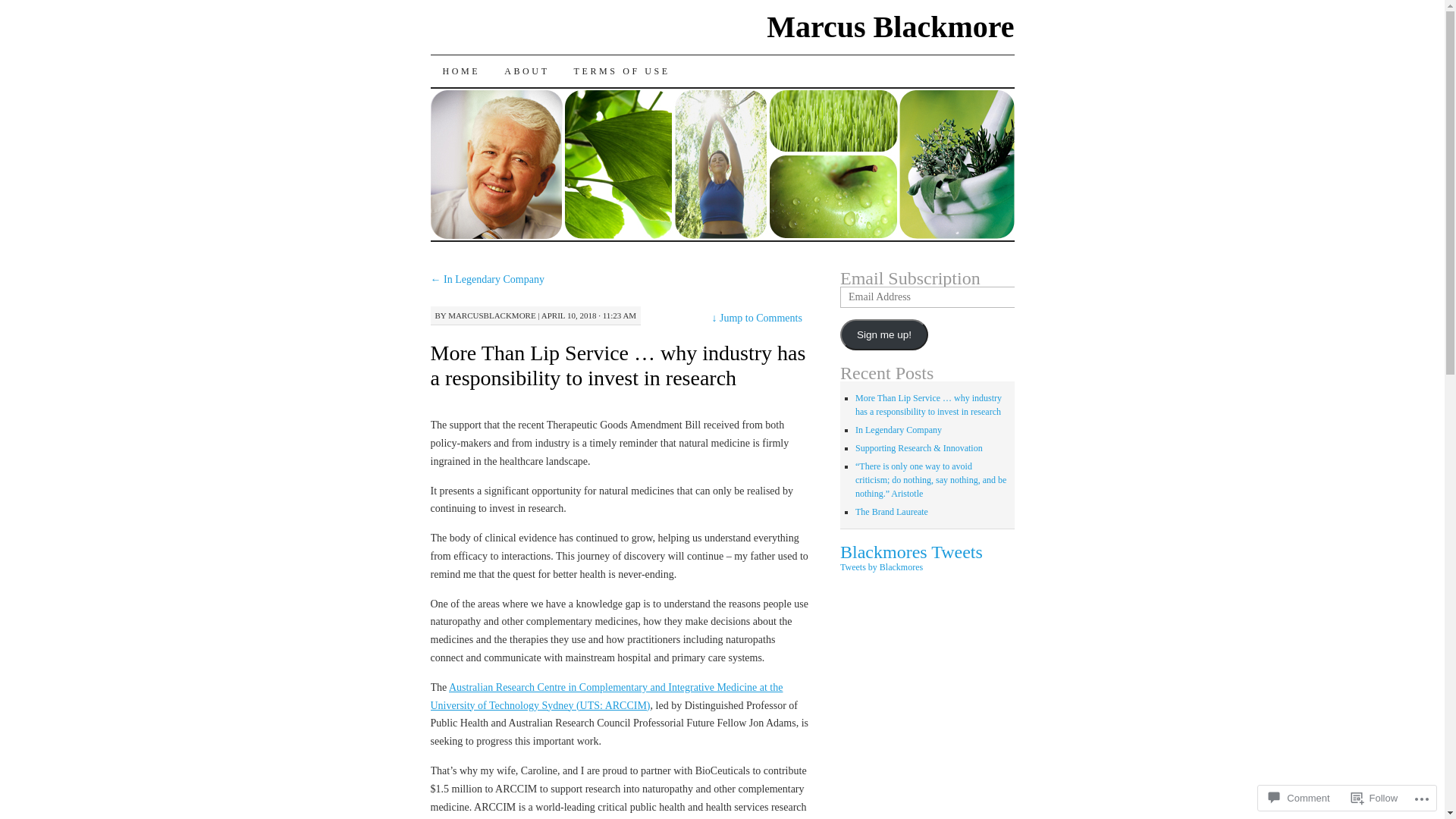 The image size is (1456, 819). I want to click on 'TERMS OF USE', so click(622, 71).